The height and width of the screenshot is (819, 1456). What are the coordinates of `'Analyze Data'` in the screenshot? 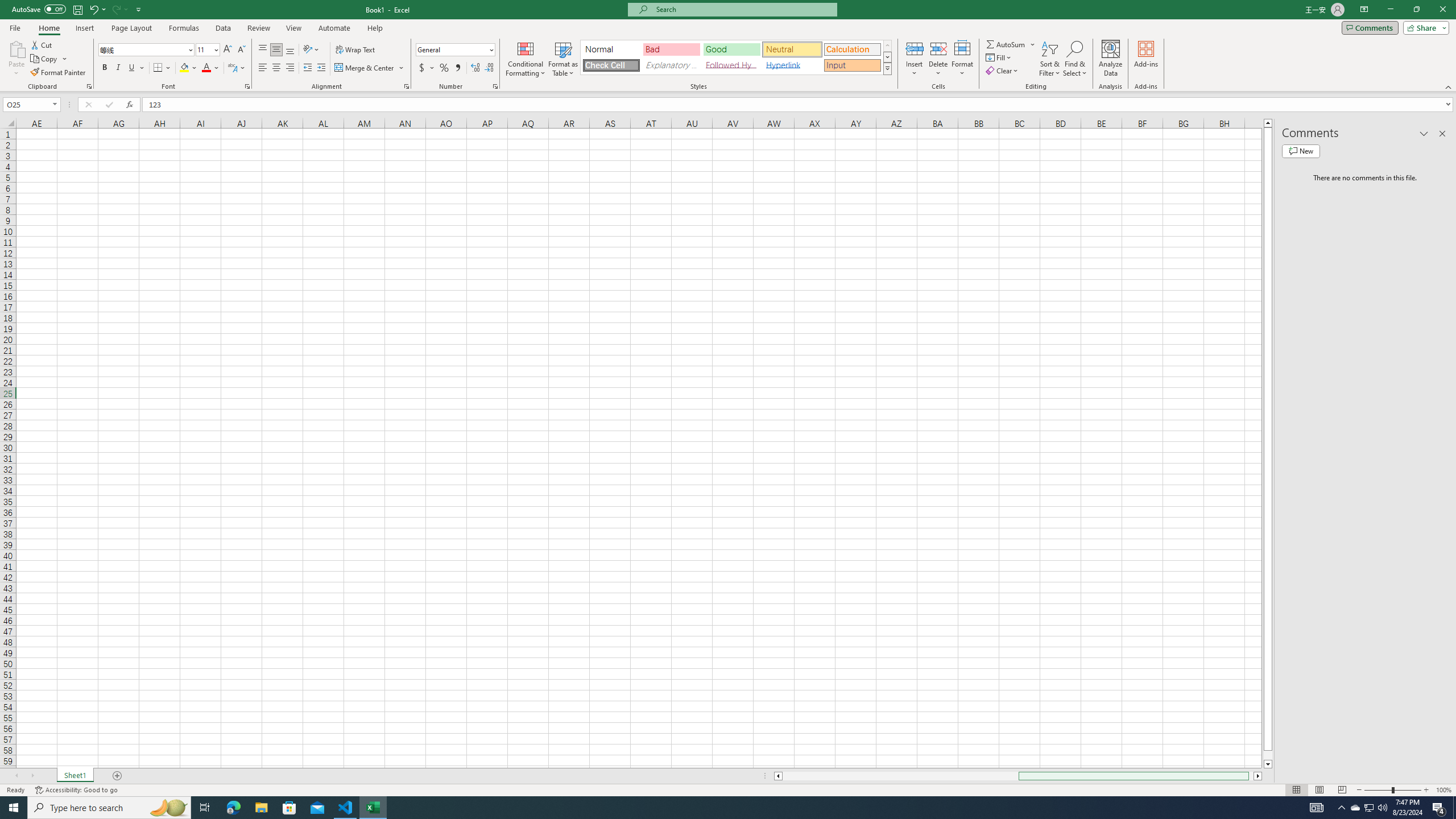 It's located at (1110, 59).